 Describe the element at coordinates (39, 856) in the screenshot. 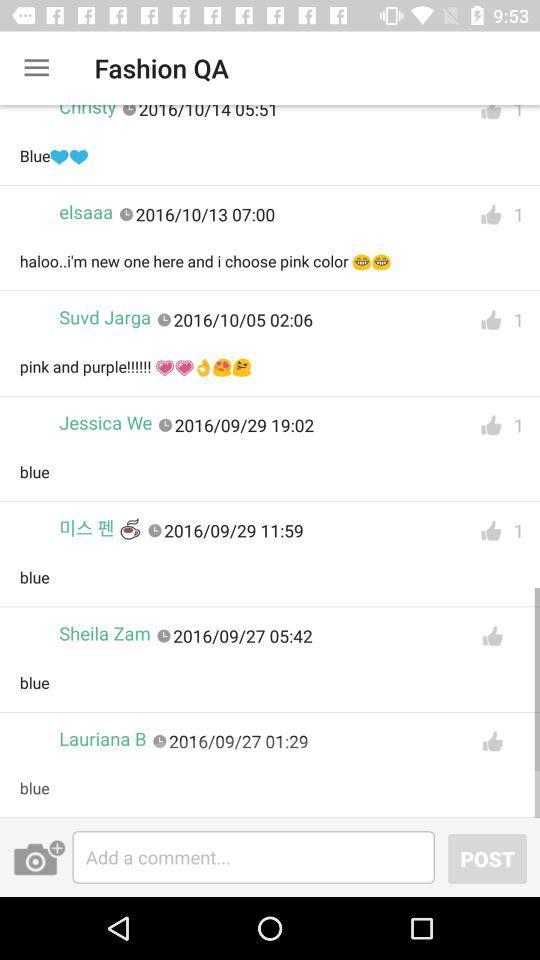

I see `the photo icon` at that location.